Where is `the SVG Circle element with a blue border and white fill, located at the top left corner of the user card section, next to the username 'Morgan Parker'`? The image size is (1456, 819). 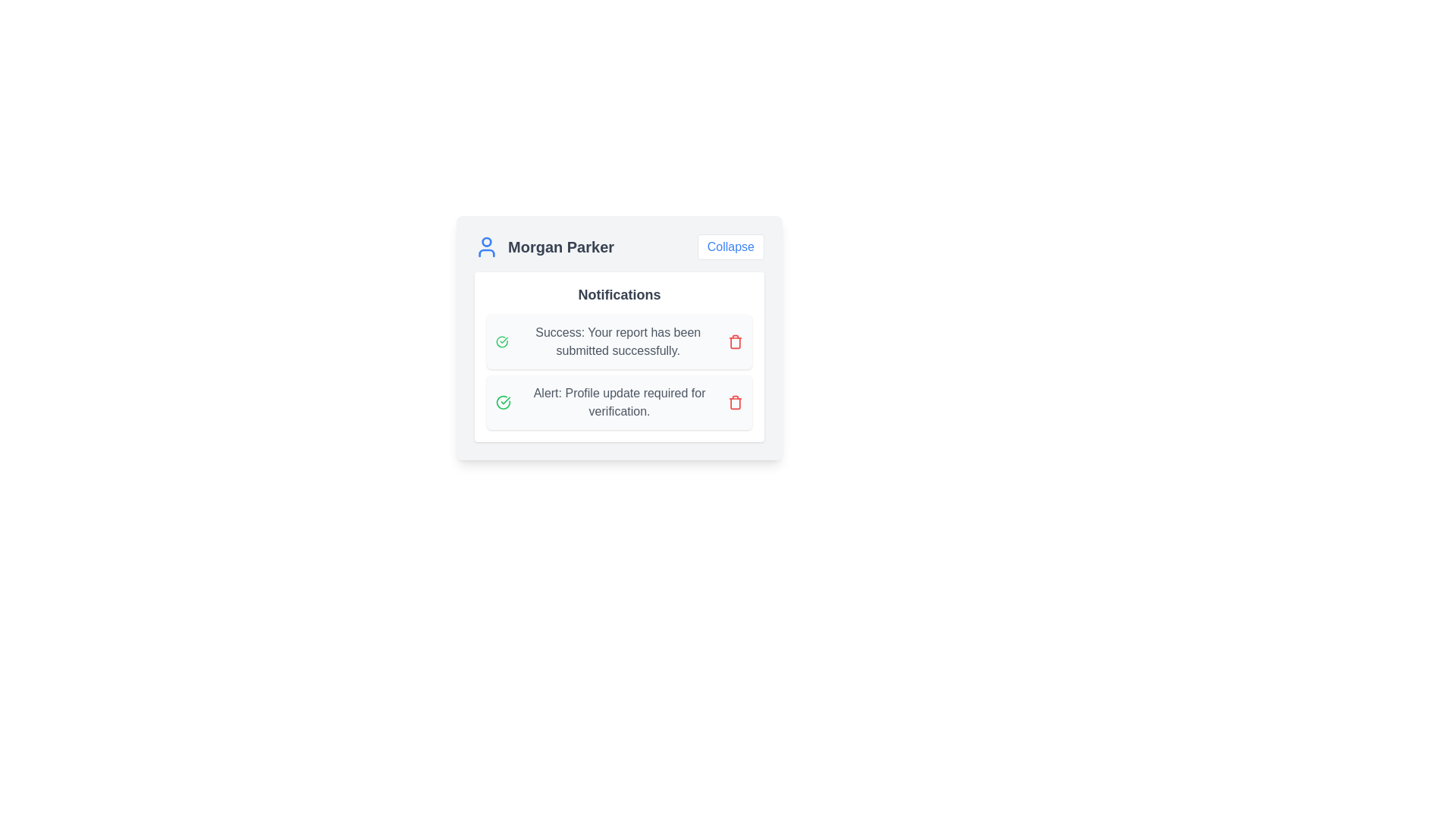 the SVG Circle element with a blue border and white fill, located at the top left corner of the user card section, next to the username 'Morgan Parker' is located at coordinates (487, 241).